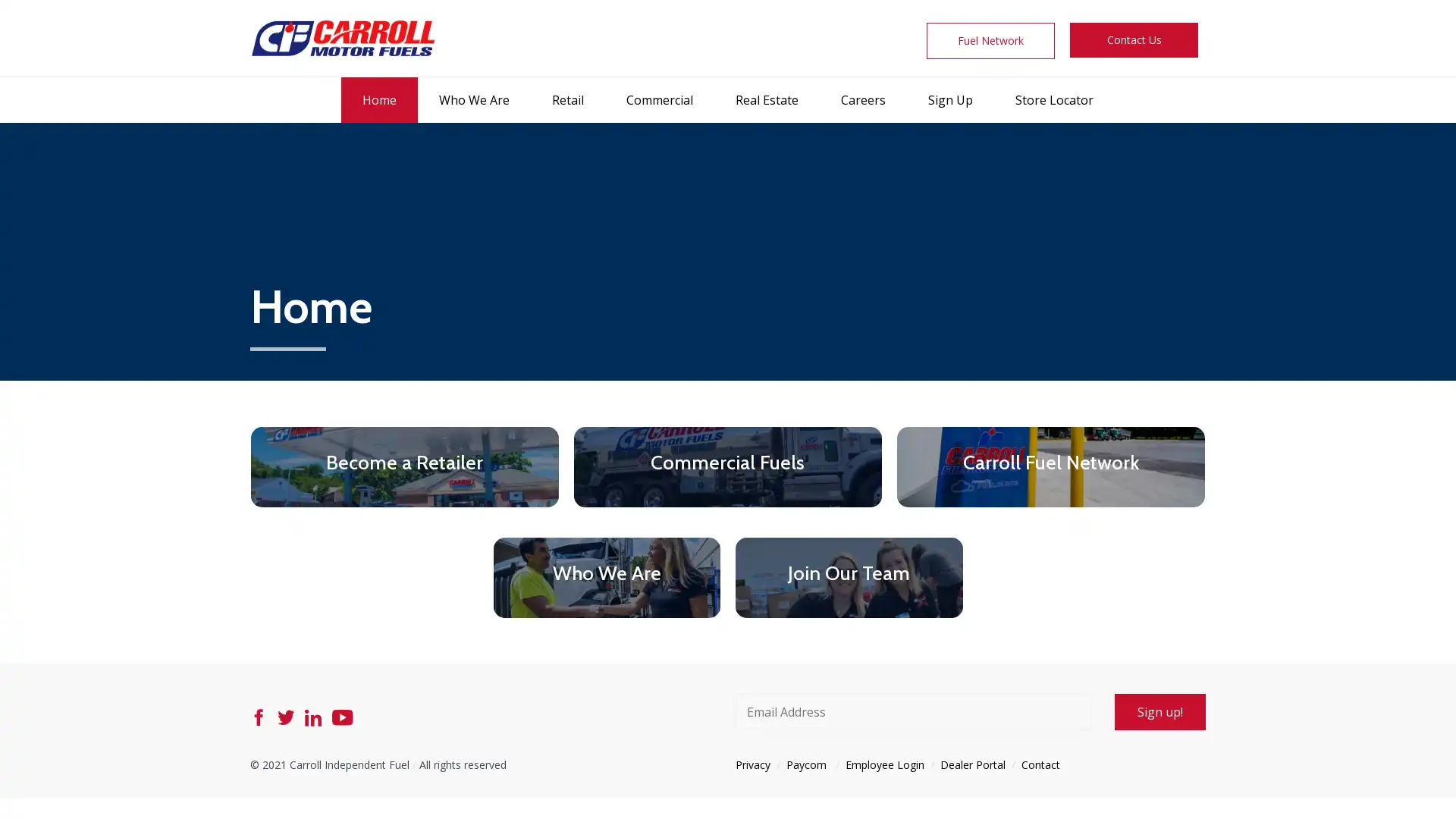 This screenshot has height=819, width=1456. What do you see at coordinates (1159, 711) in the screenshot?
I see `Sign up!` at bounding box center [1159, 711].